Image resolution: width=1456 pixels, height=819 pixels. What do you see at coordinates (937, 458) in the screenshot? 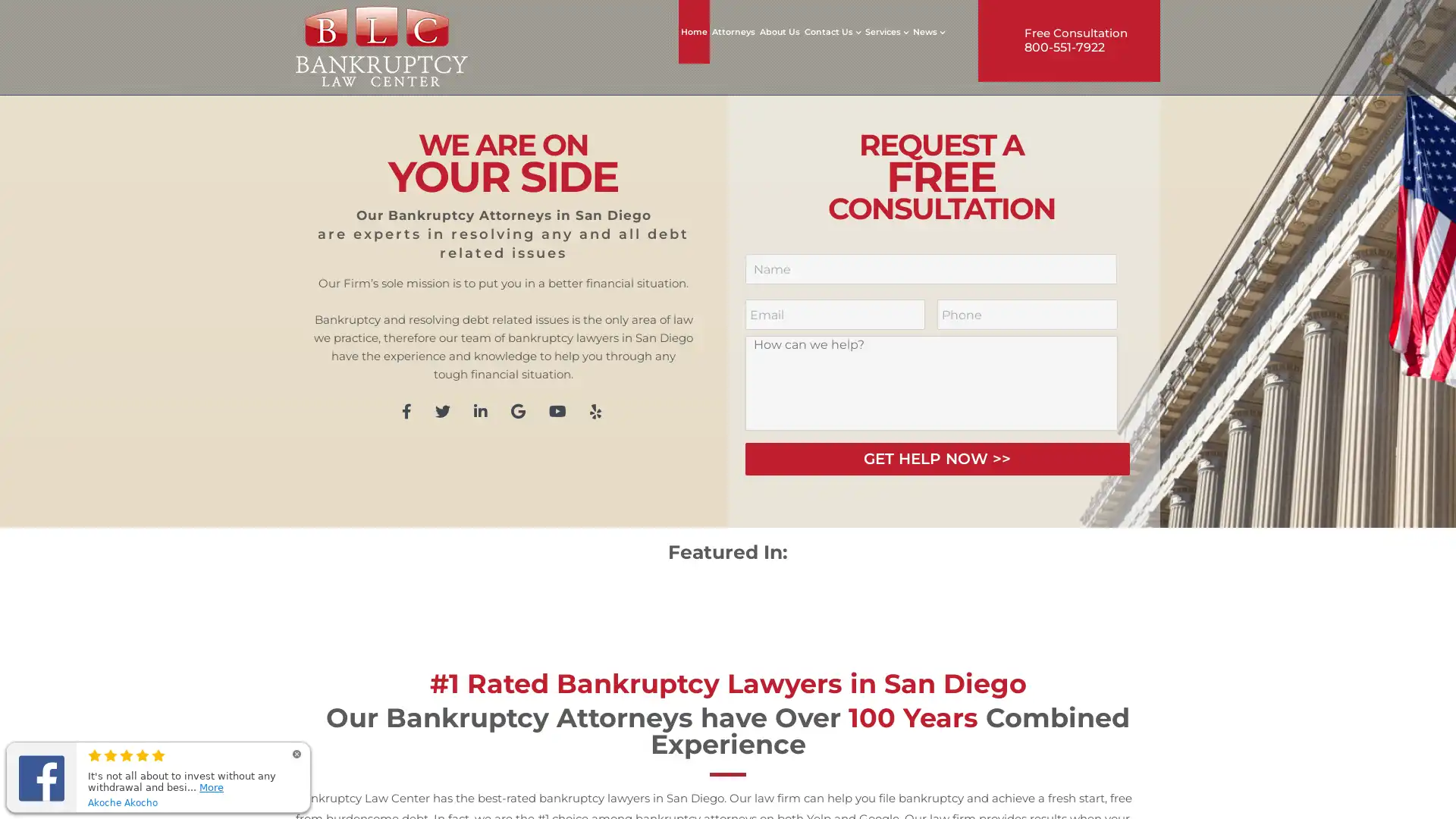
I see `GET HELP NOW >>` at bounding box center [937, 458].